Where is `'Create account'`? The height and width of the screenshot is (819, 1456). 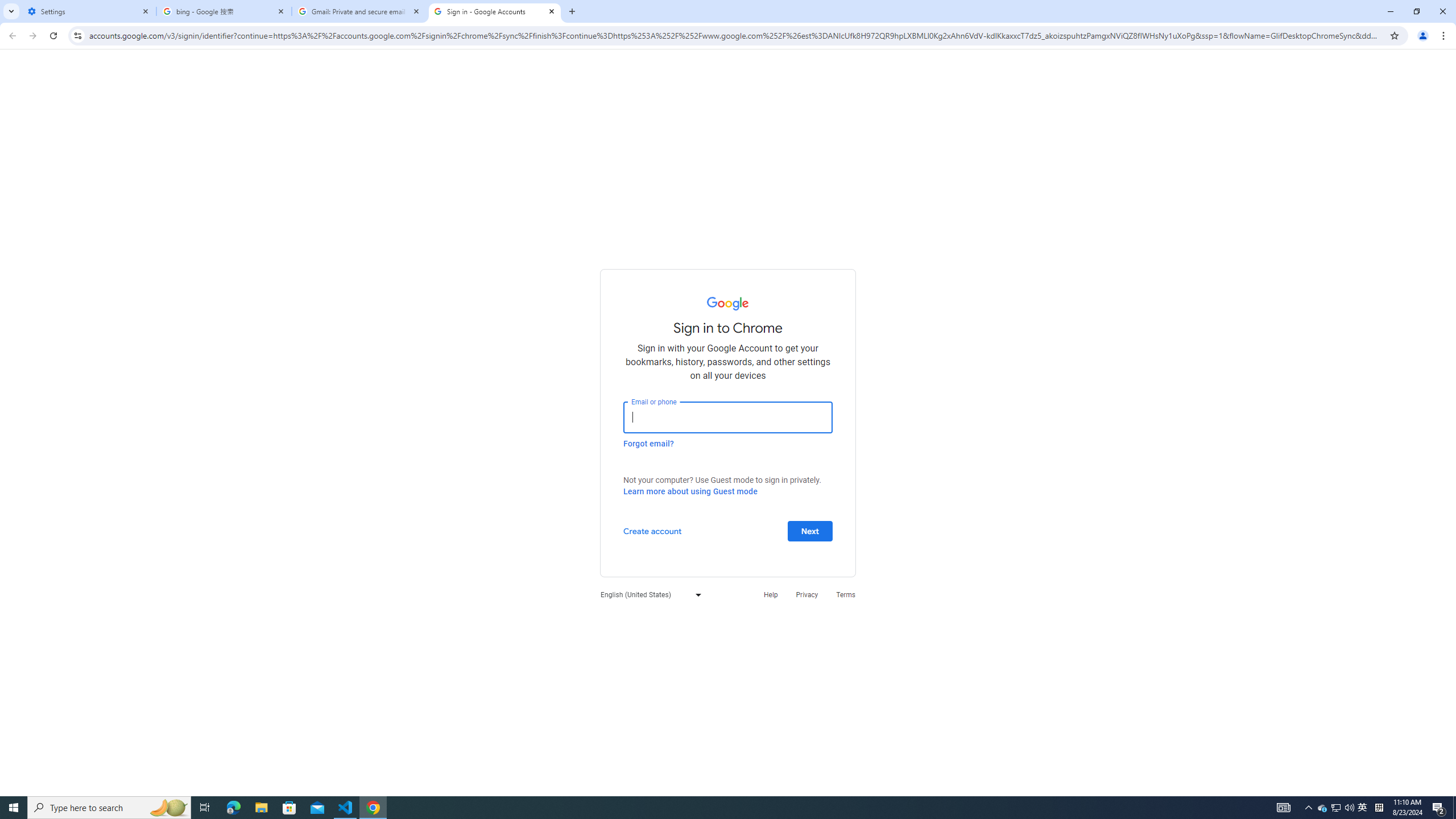
'Create account' is located at coordinates (651, 530).